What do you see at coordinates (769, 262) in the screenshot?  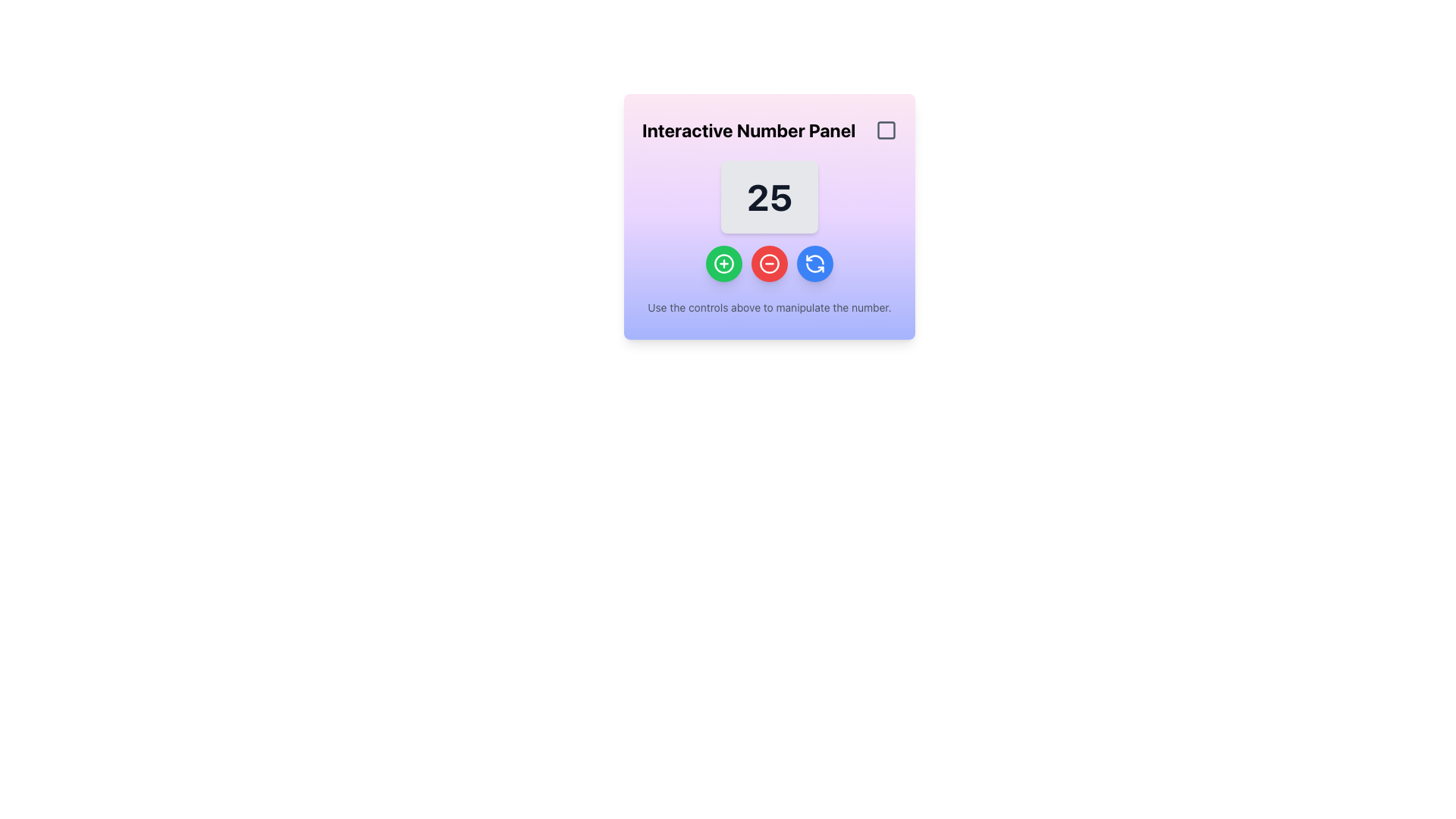 I see `the red circular button with a white minus symbol` at bounding box center [769, 262].